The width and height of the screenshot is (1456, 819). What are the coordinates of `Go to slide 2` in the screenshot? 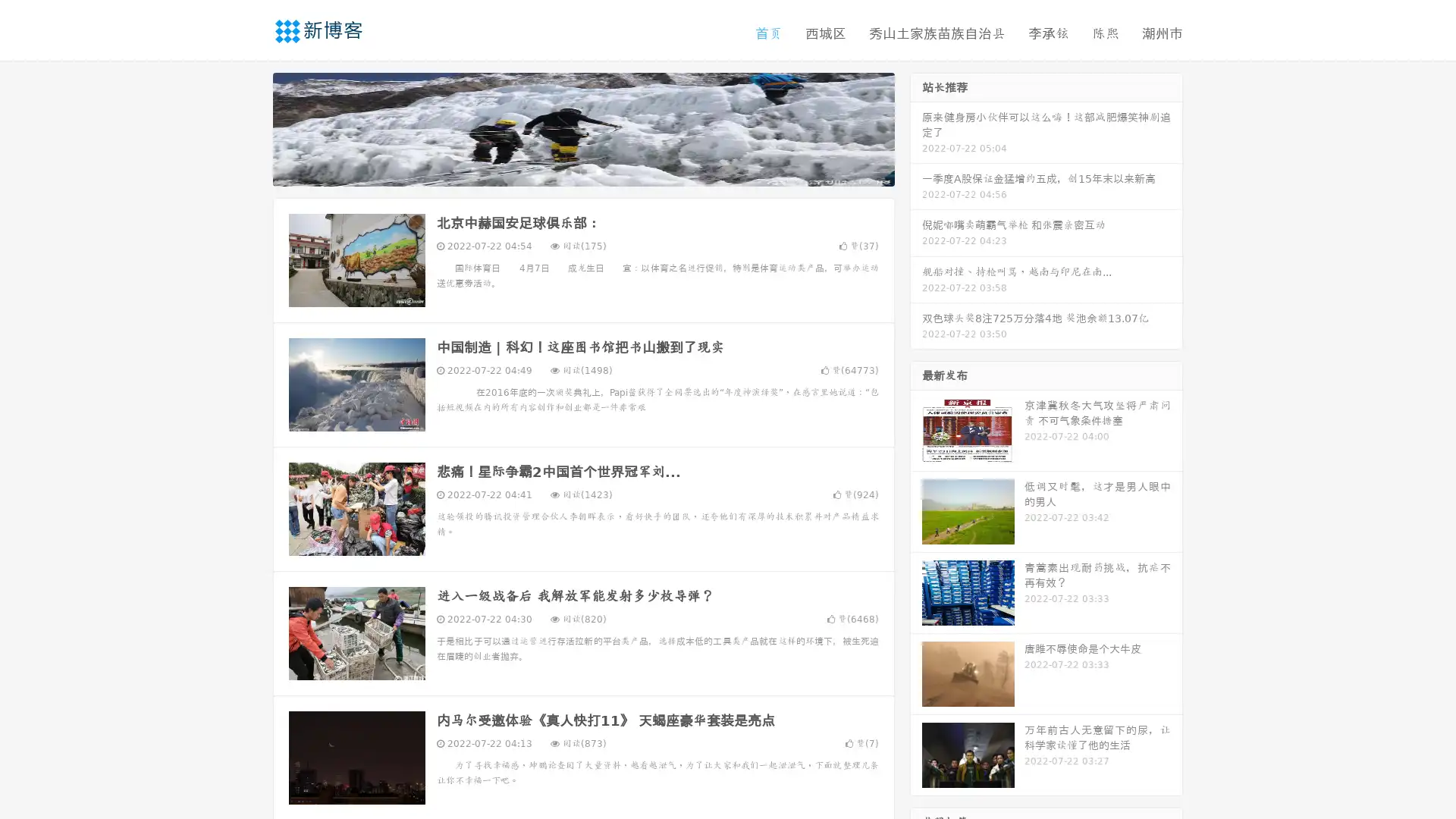 It's located at (582, 171).